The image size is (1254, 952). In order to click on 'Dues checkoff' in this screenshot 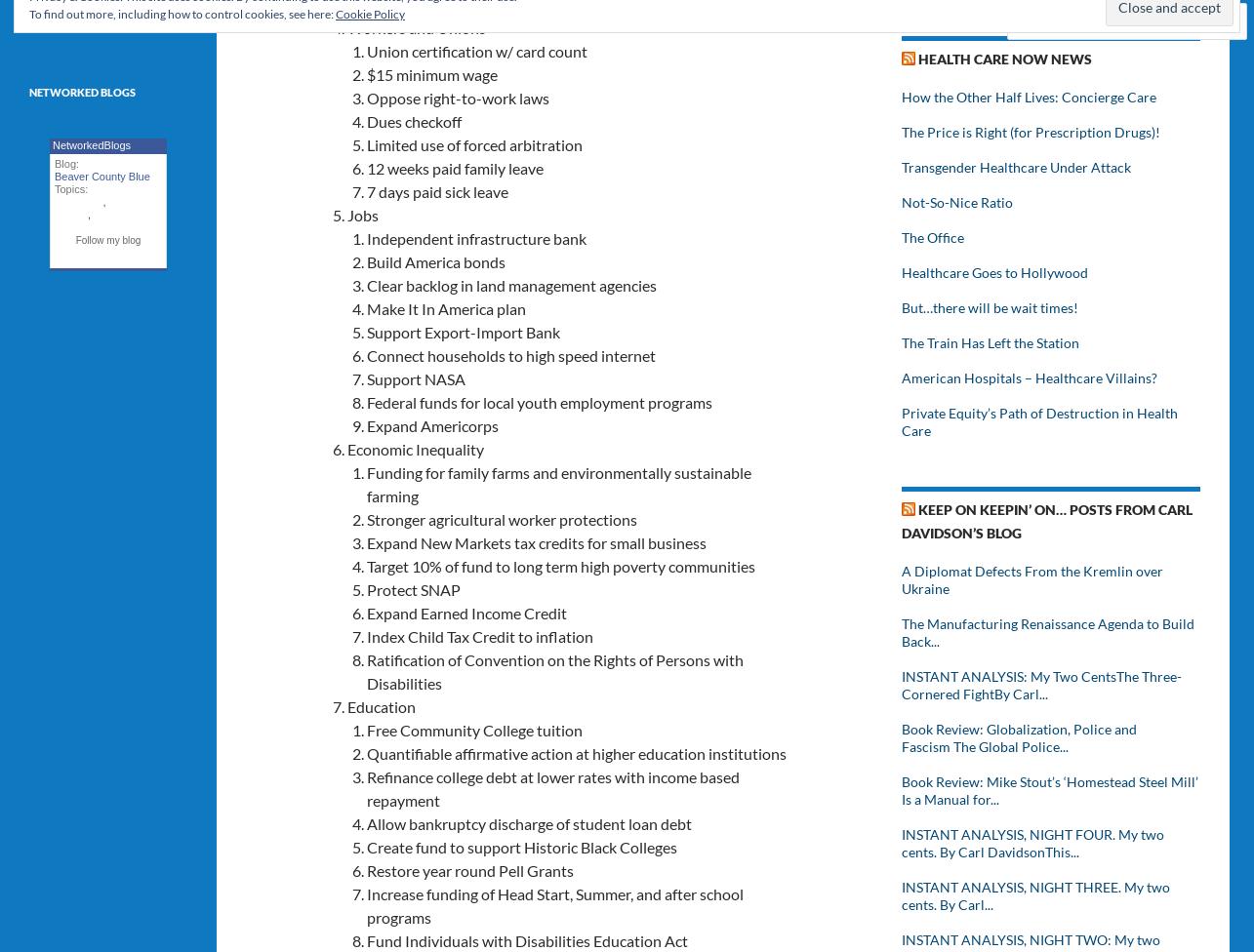, I will do `click(413, 119)`.